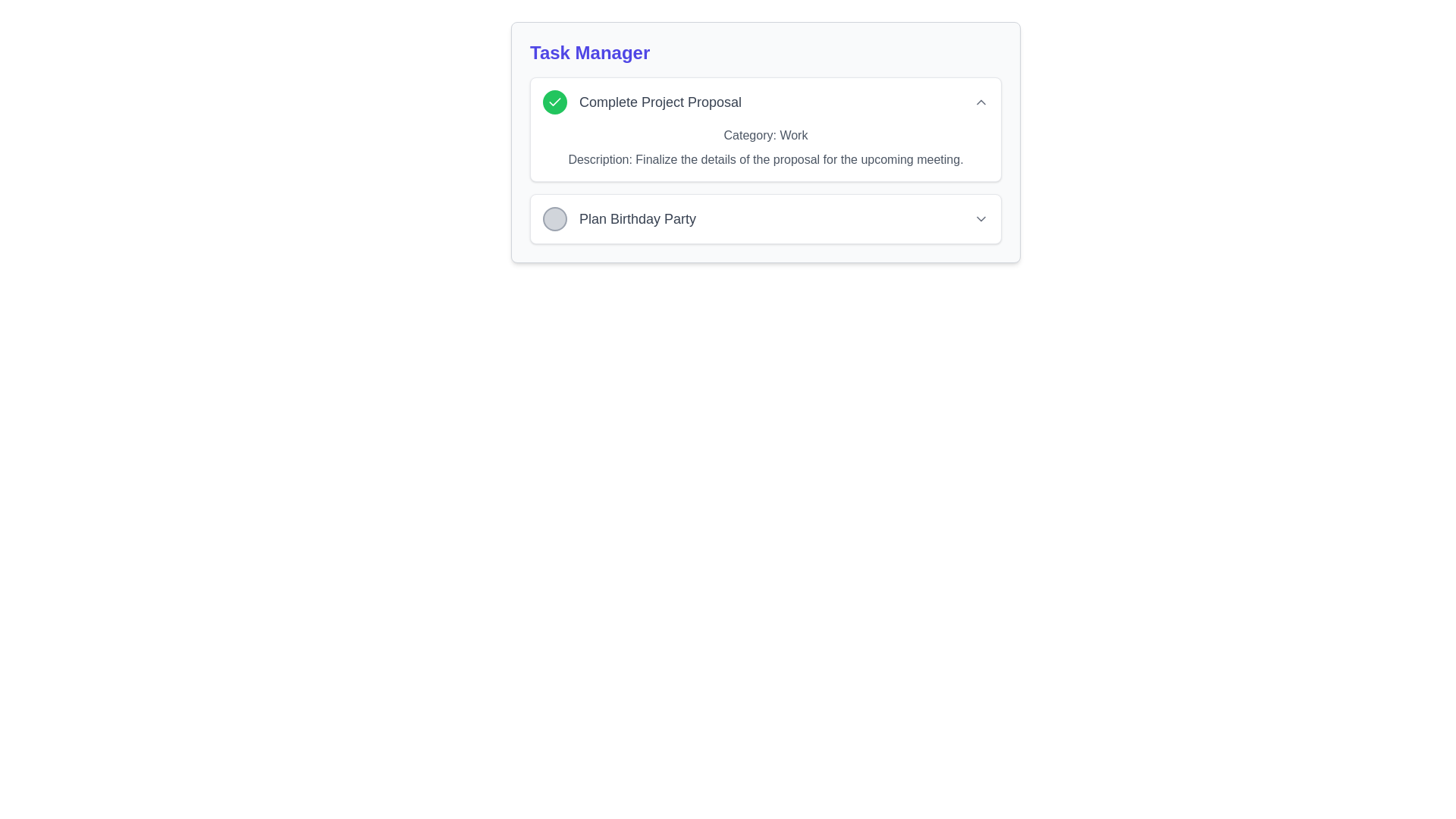 This screenshot has width=1456, height=819. What do you see at coordinates (642, 102) in the screenshot?
I see `the task labeled 'Complete Project Proposal' with a green checkmark icon` at bounding box center [642, 102].